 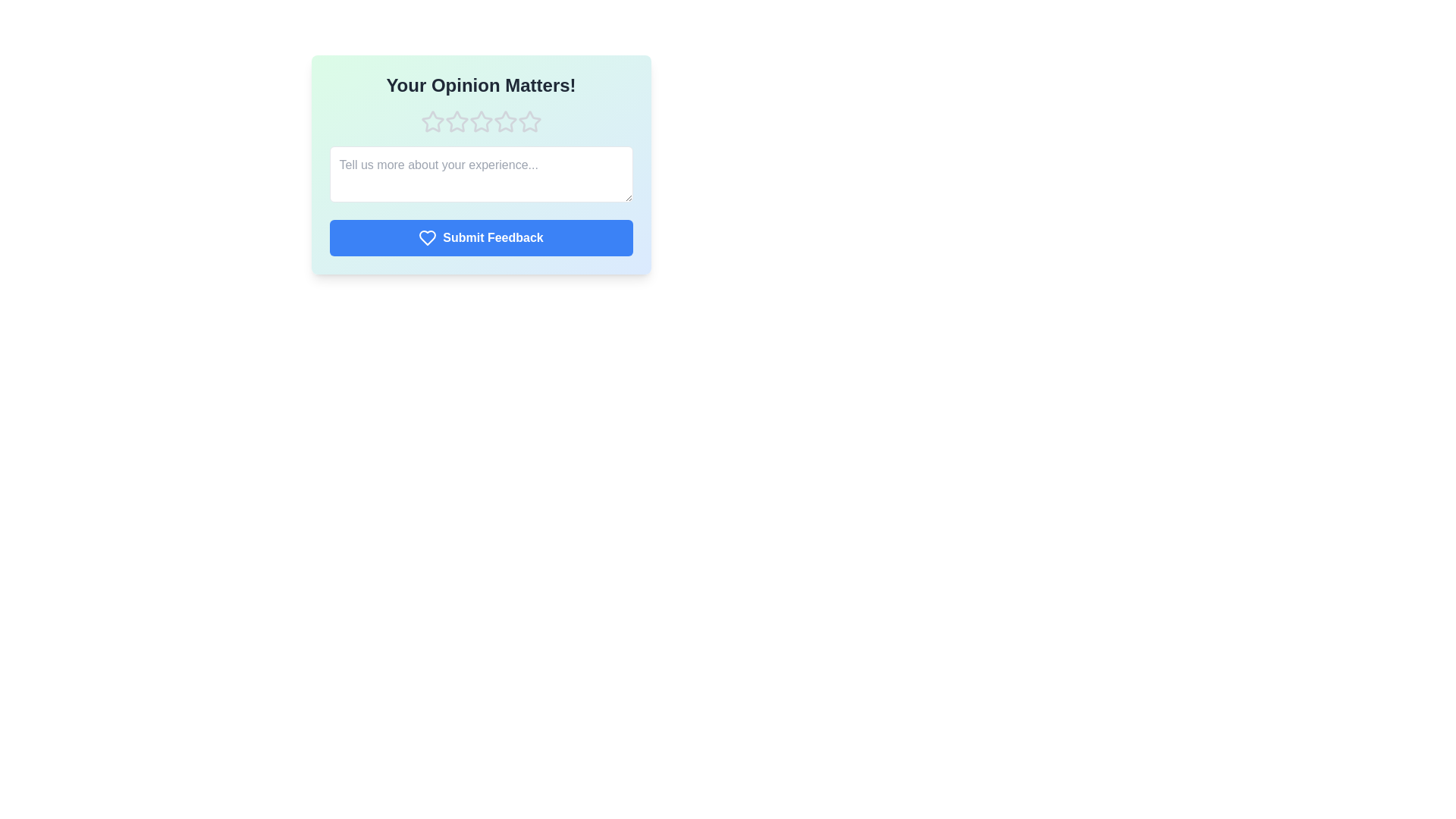 I want to click on the 'Submit Feedback' button which contains the decorative heart icon, enhancing its visual appeal, so click(x=427, y=237).